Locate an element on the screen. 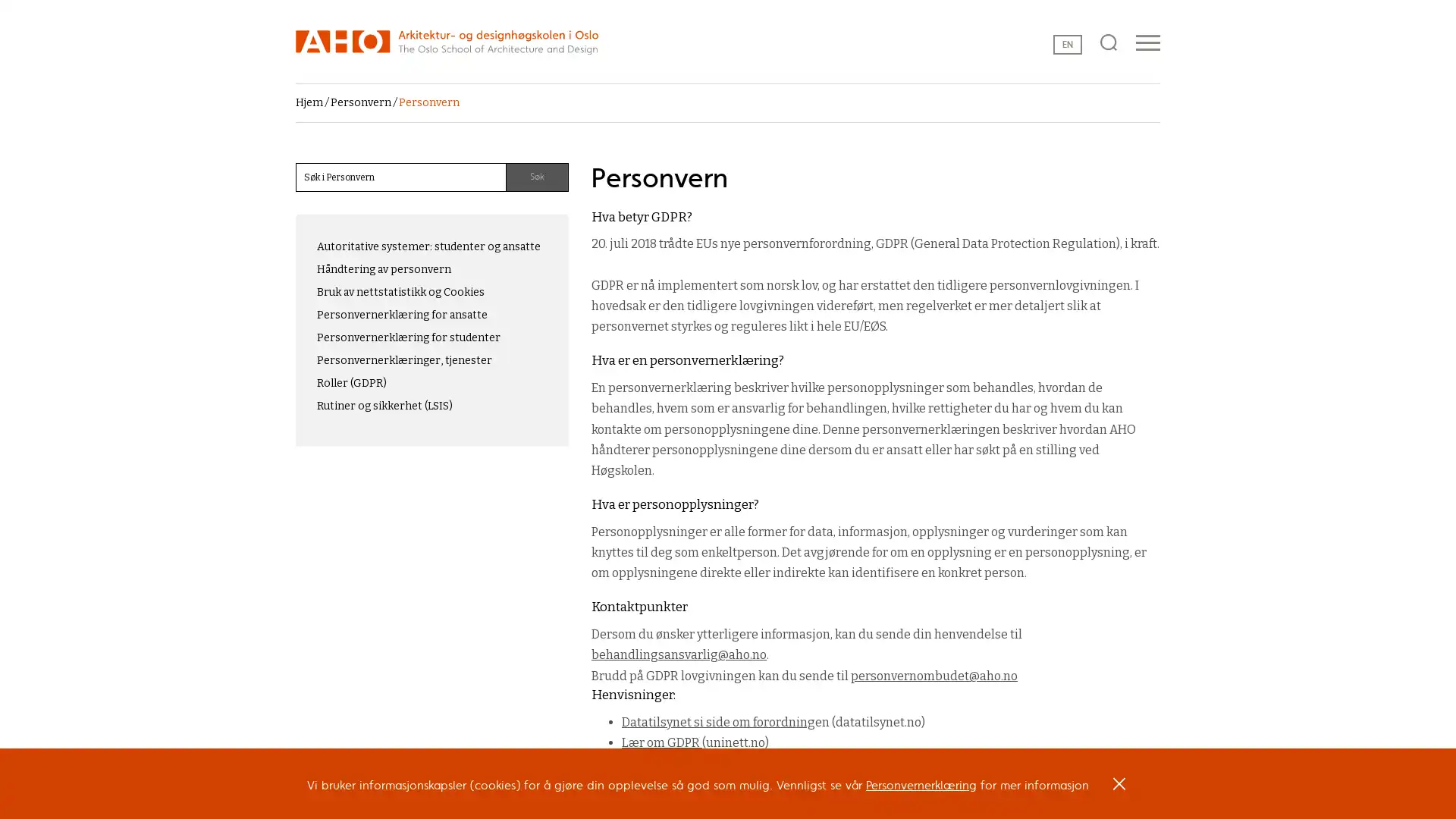 The width and height of the screenshot is (1456, 819). Sk is located at coordinates (537, 177).